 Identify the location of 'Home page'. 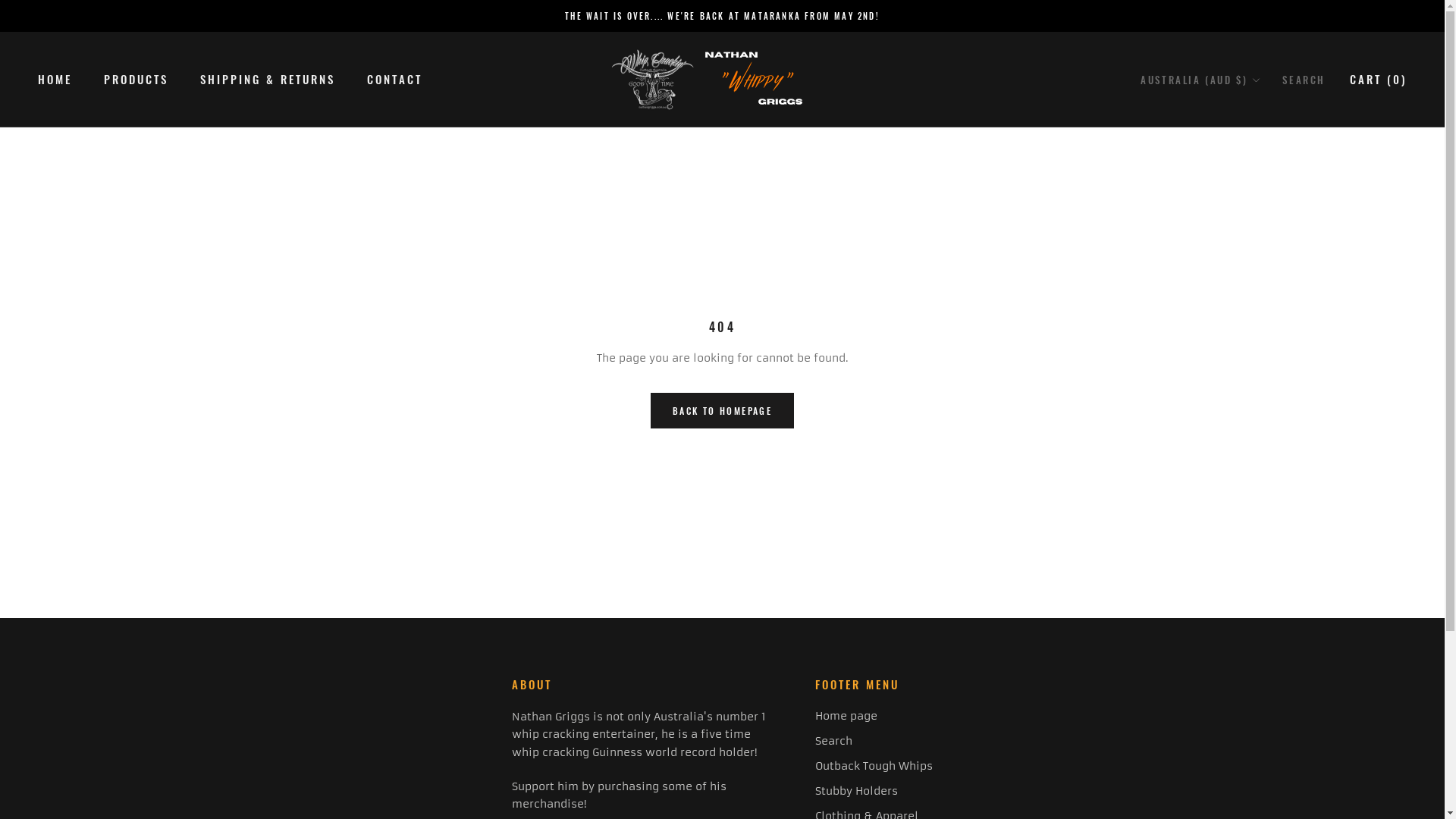
(874, 716).